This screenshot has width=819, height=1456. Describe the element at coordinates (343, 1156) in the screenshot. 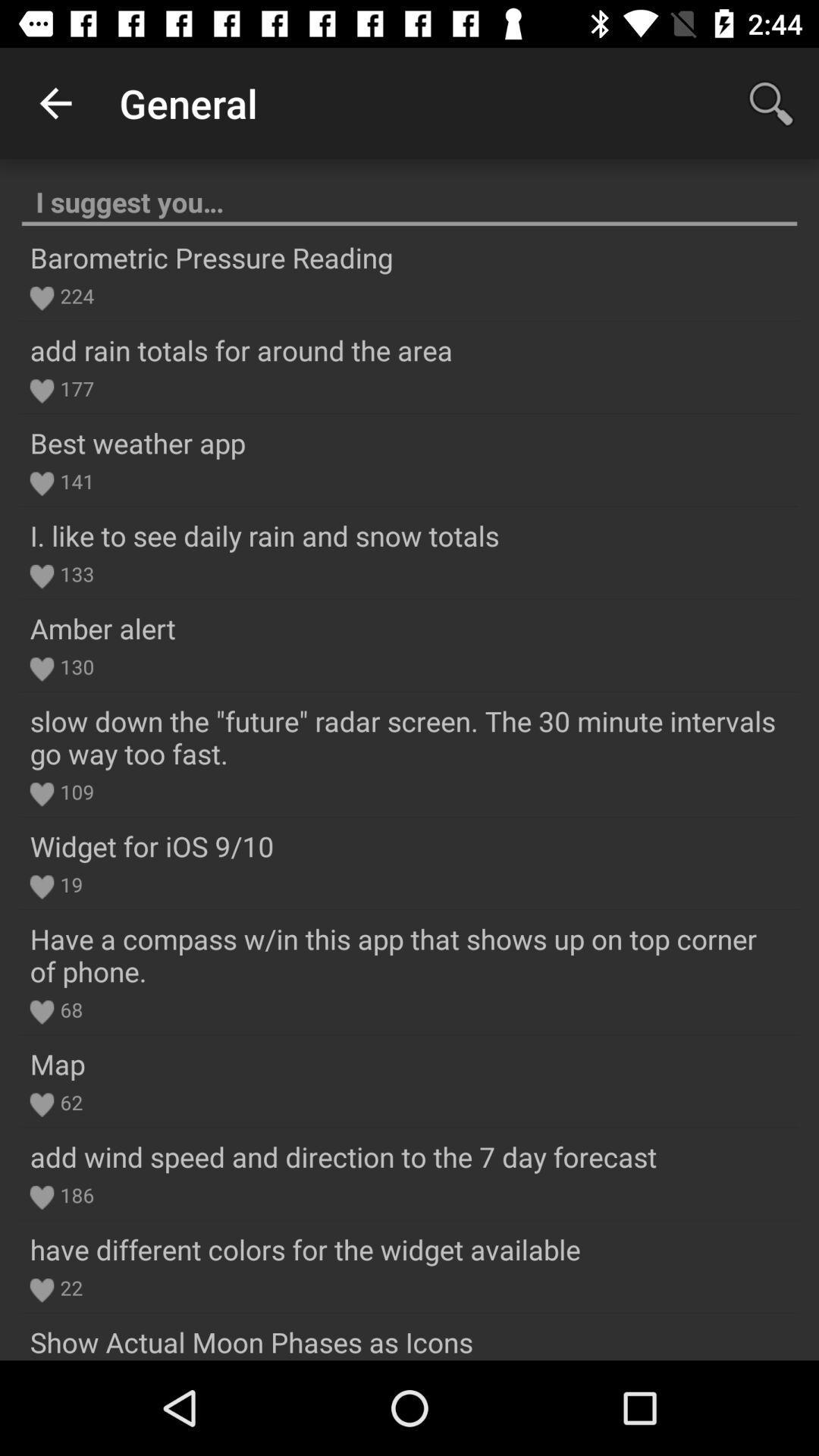

I see `the add wind speed` at that location.